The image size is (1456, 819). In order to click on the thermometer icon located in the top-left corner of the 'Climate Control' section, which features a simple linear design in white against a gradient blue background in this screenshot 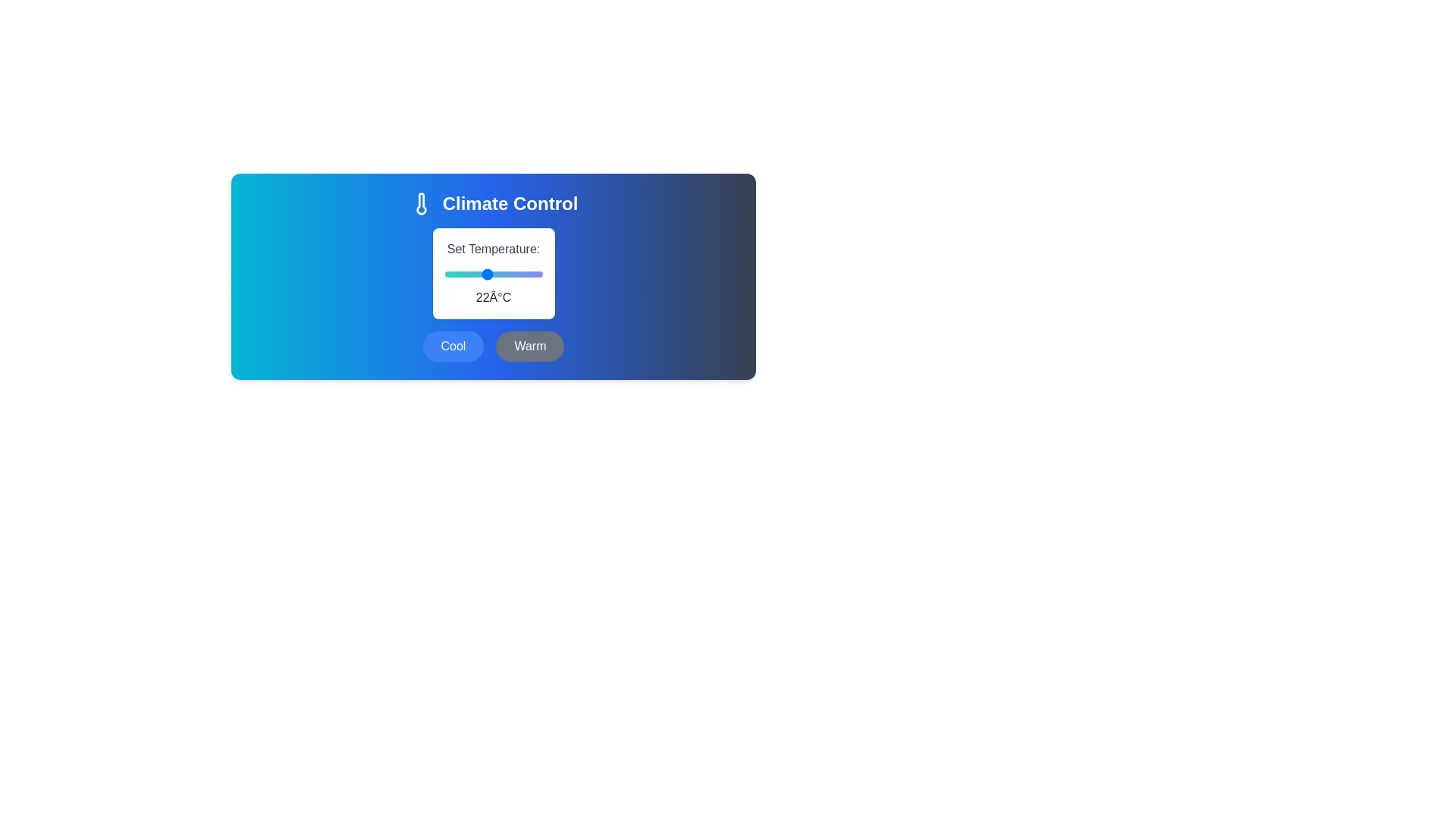, I will do `click(421, 203)`.